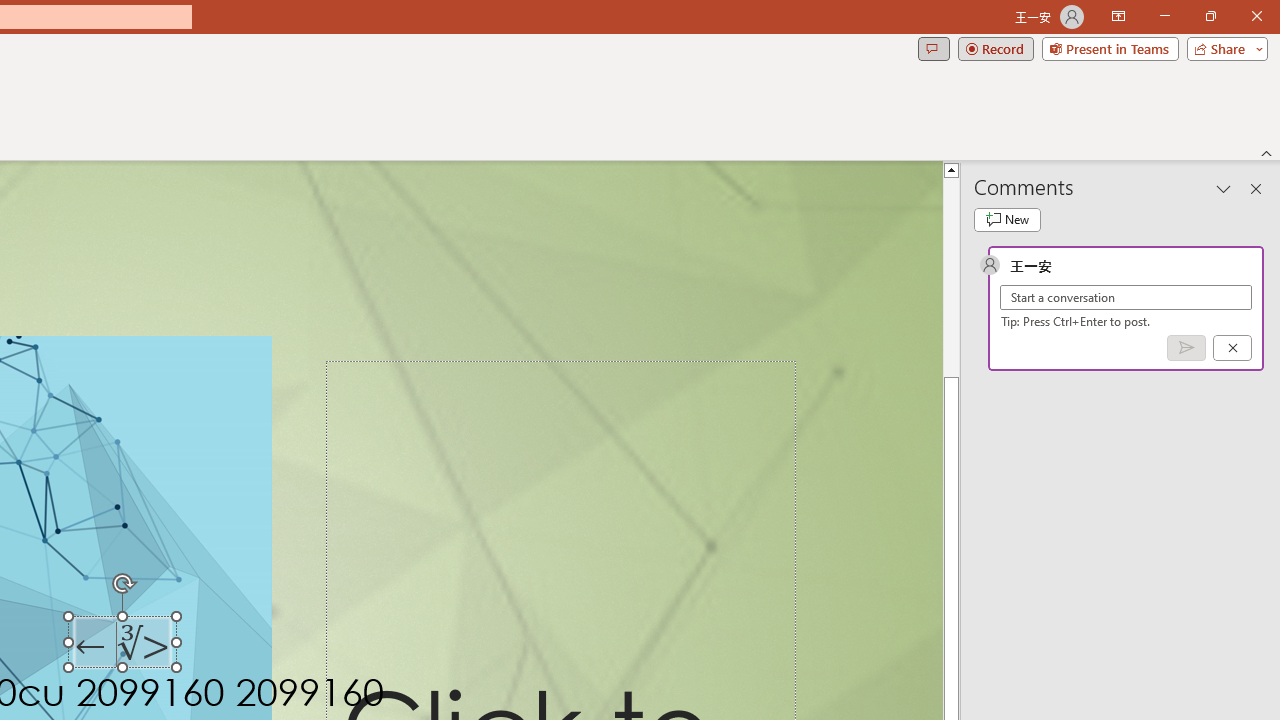  Describe the element at coordinates (1007, 219) in the screenshot. I see `'New comment'` at that location.